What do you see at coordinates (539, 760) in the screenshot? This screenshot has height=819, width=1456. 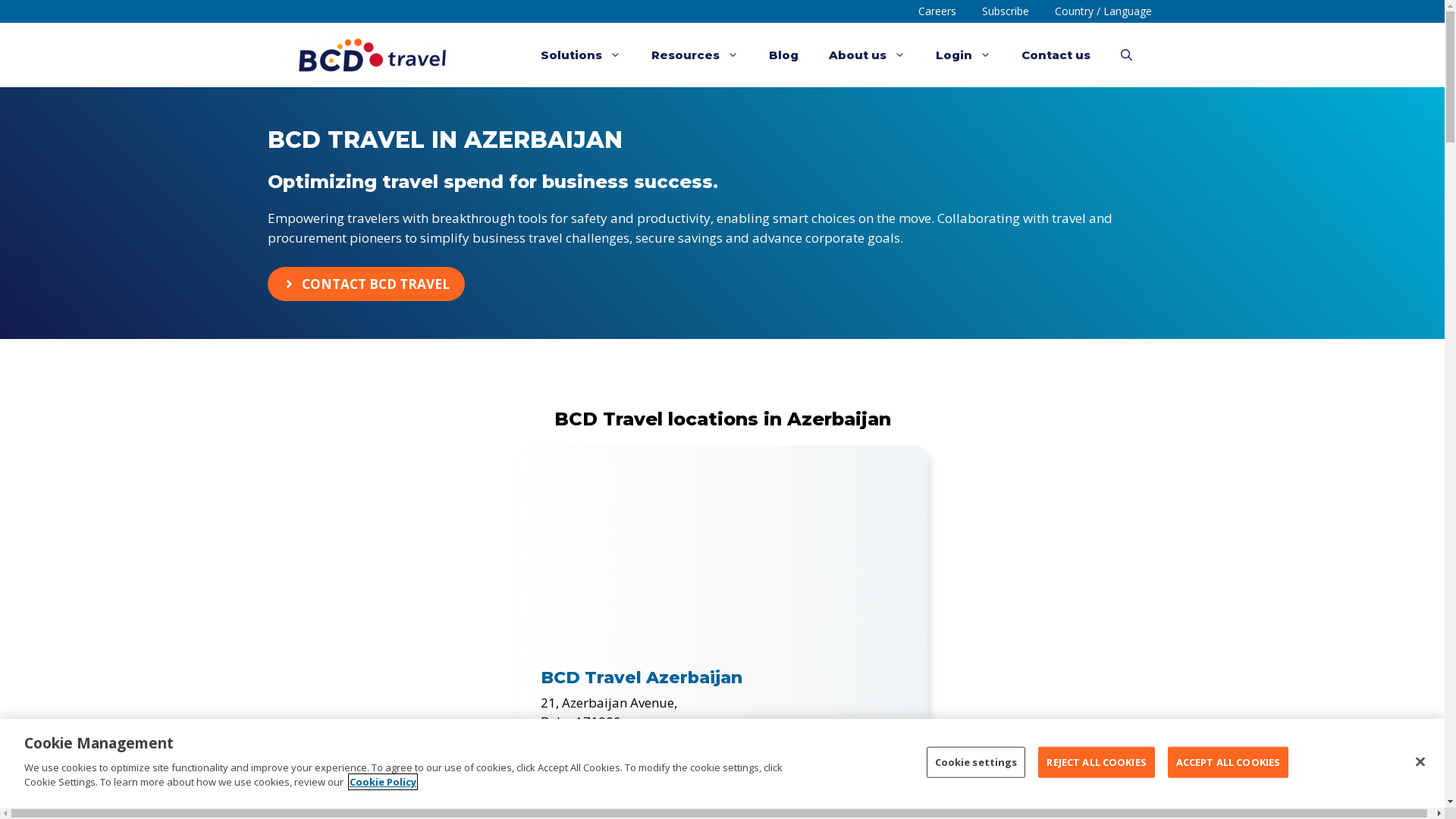 I see `'corpdep@bcdtravel.az'` at bounding box center [539, 760].